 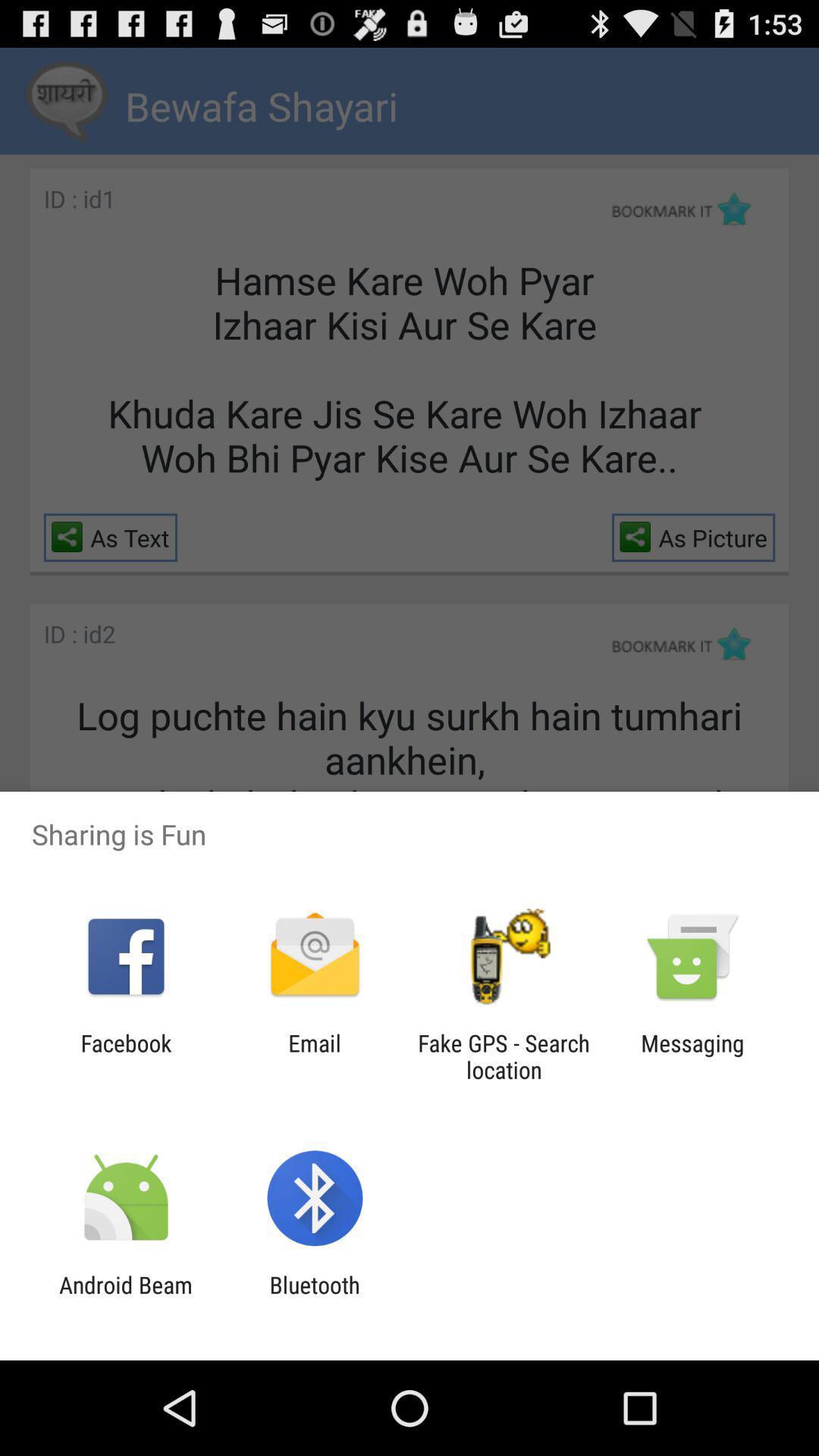 What do you see at coordinates (314, 1056) in the screenshot?
I see `the item next to facebook icon` at bounding box center [314, 1056].